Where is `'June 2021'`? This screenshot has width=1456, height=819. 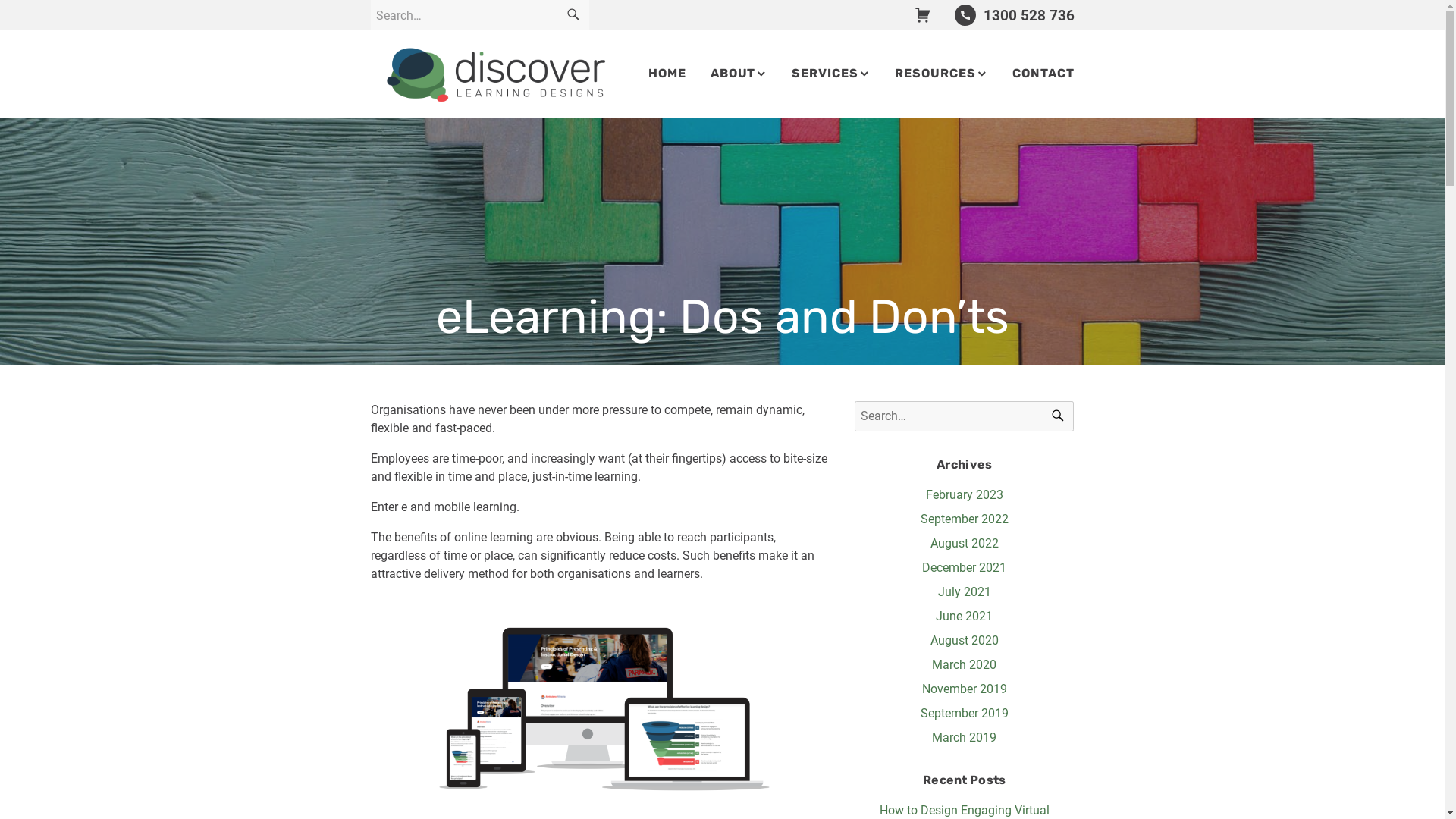
'June 2021' is located at coordinates (963, 616).